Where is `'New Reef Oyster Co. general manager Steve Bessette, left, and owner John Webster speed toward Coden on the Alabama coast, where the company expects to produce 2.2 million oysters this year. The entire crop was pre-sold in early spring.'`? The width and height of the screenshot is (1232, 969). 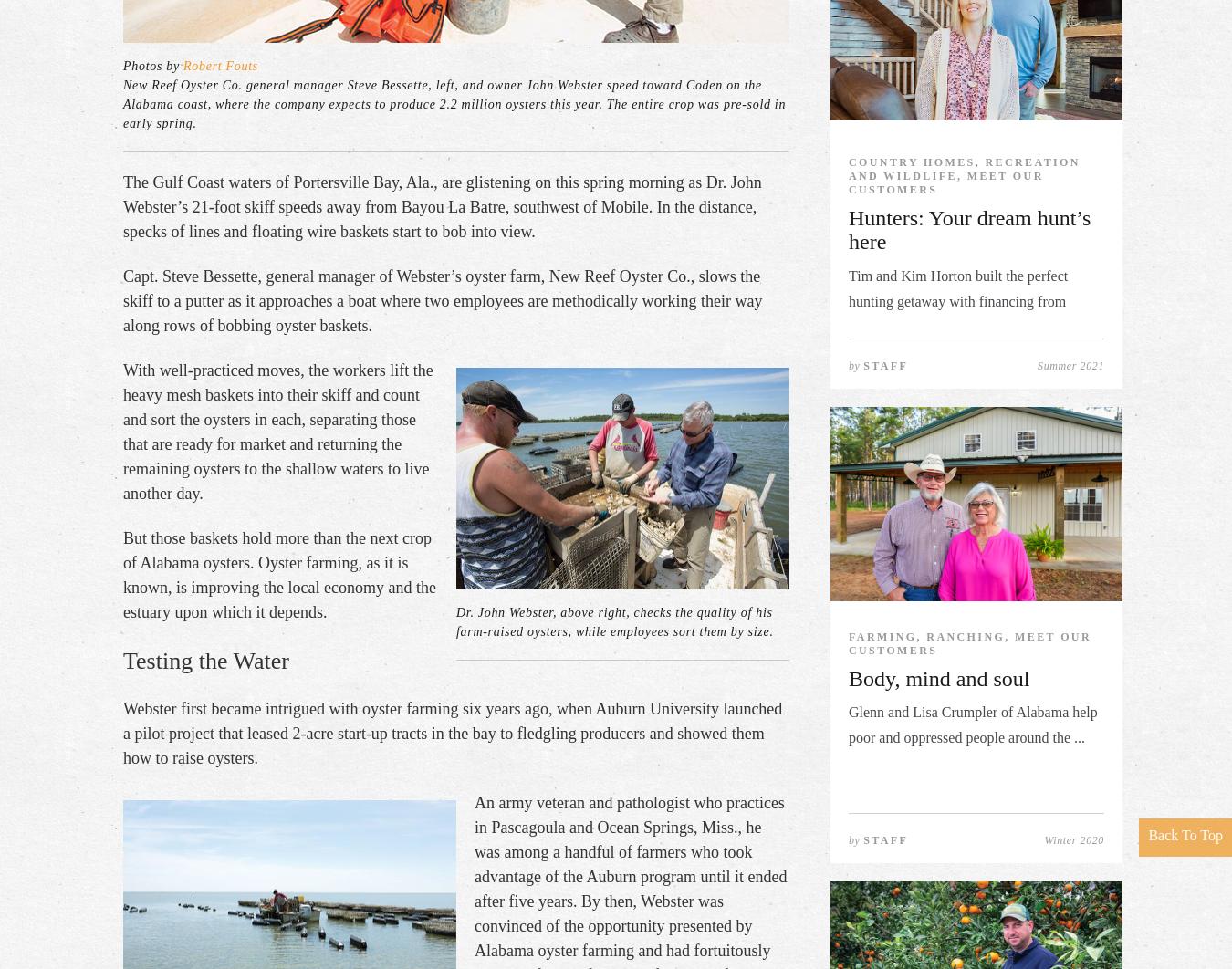
'New Reef Oyster Co. general manager Steve Bessette, left, and owner John Webster speed toward Coden on the Alabama coast, where the company expects to produce 2.2 million oysters this year. The entire crop was pre-sold in early spring.' is located at coordinates (454, 103).